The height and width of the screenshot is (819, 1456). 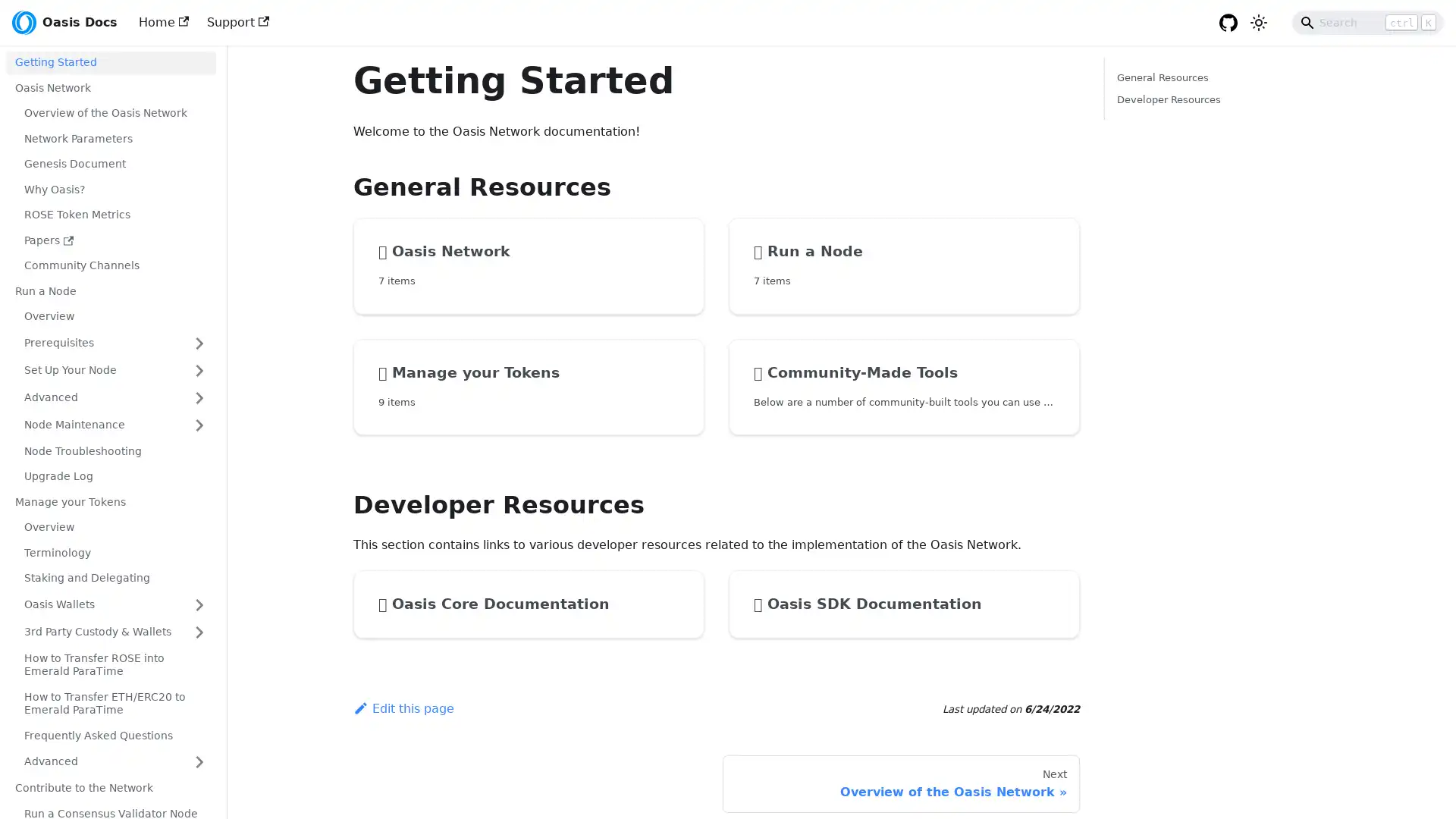 What do you see at coordinates (199, 424) in the screenshot?
I see `Toggle the collapsible sidebar category 'Node Maintenance'` at bounding box center [199, 424].